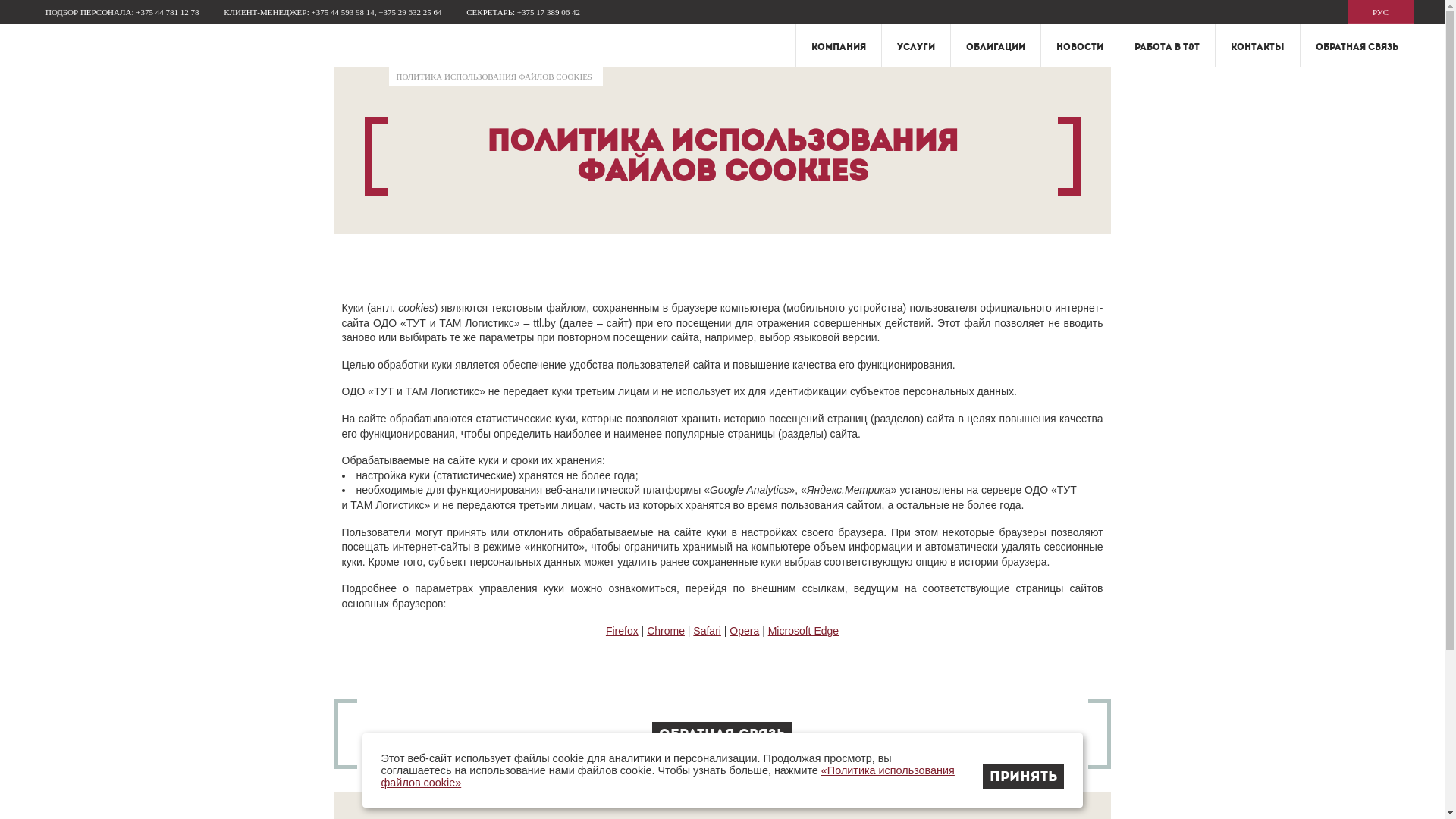 The height and width of the screenshot is (819, 1456). Describe the element at coordinates (342, 11) in the screenshot. I see `'+375 44 593 98 14'` at that location.